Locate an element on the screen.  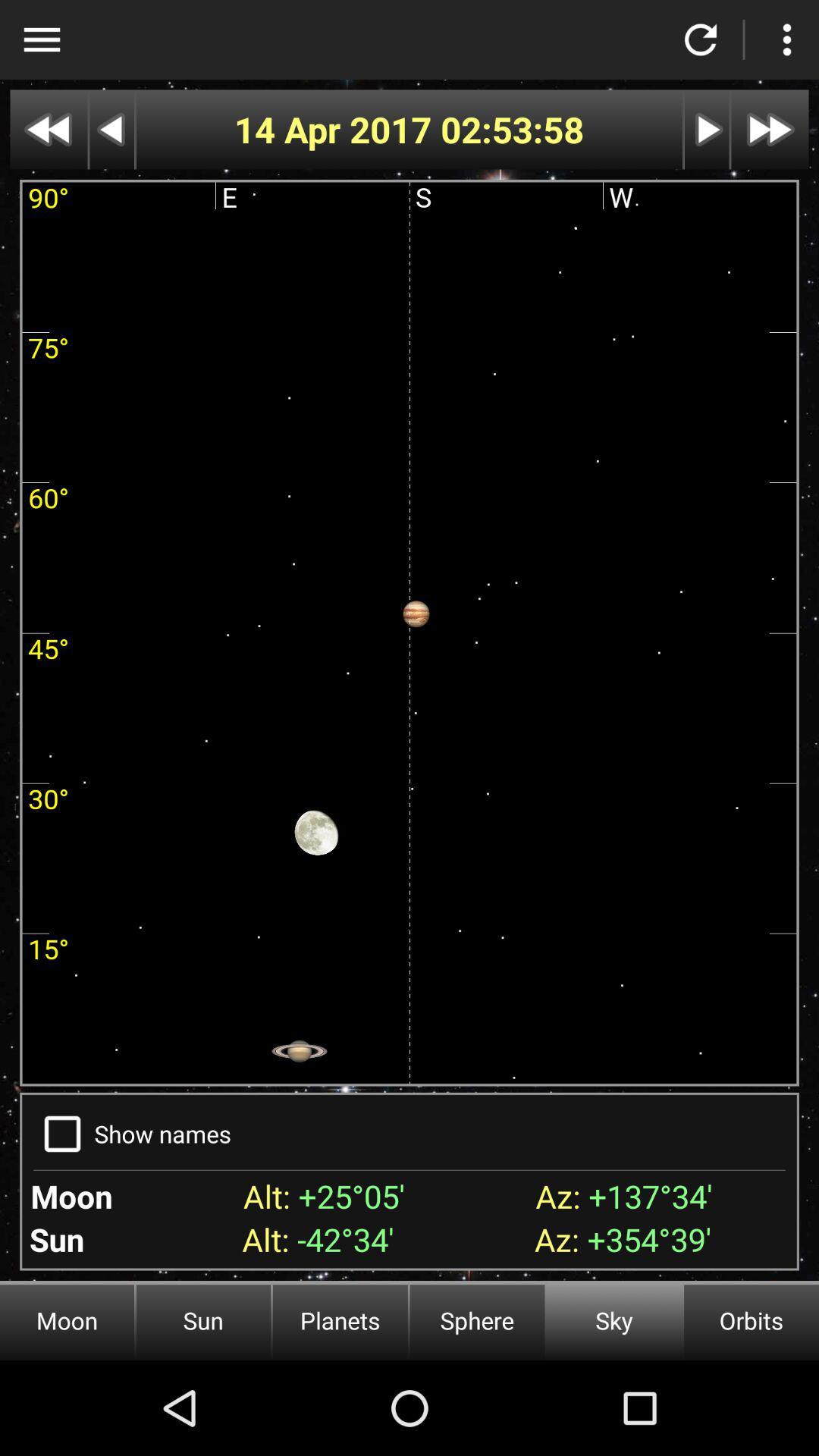
the play icon is located at coordinates (707, 130).